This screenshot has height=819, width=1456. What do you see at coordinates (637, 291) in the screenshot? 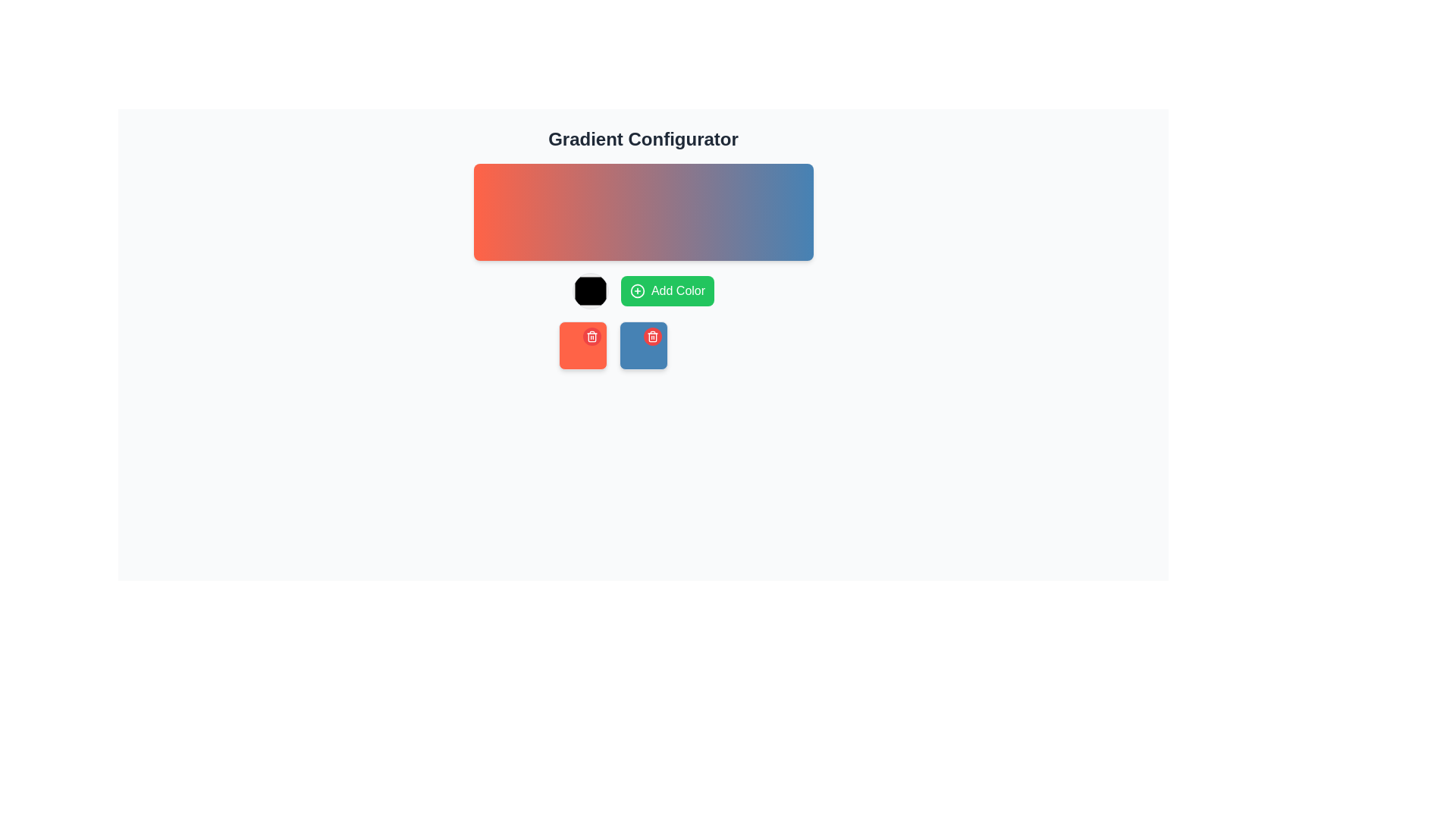
I see `the small circular icon with a green outline and a '+' symbol, located inside the 'Add Color' button` at bounding box center [637, 291].